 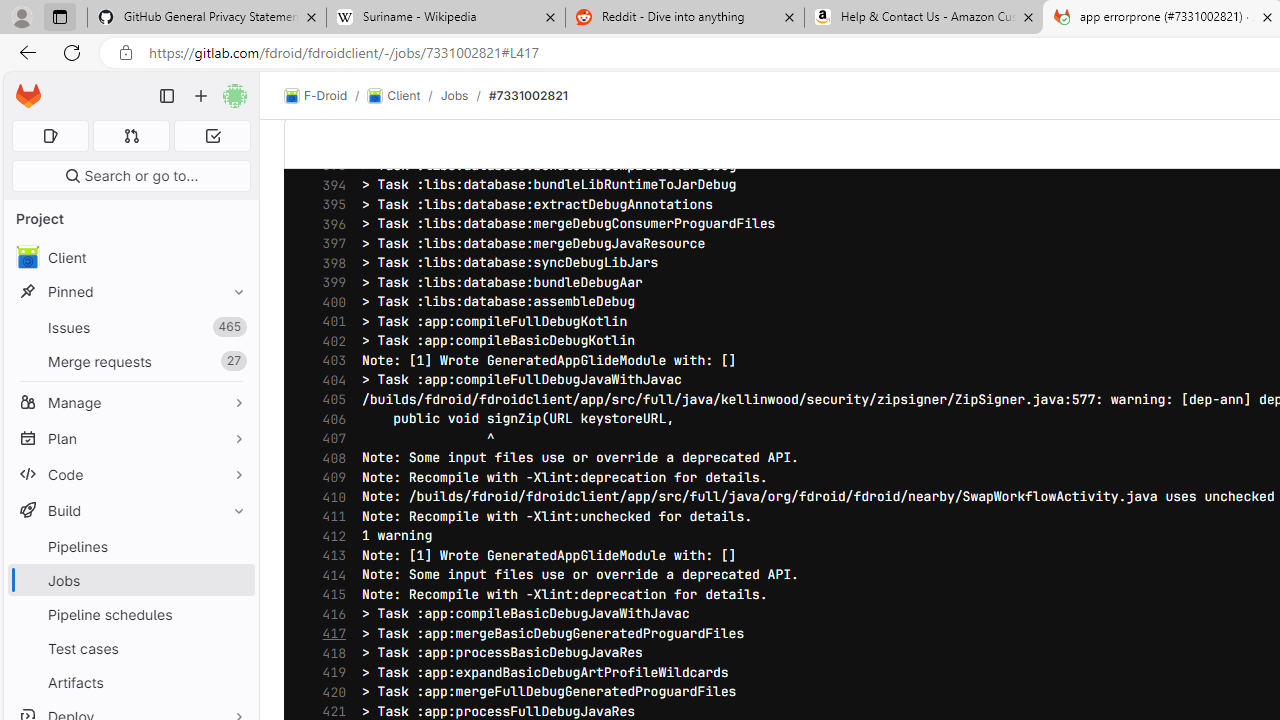 I want to click on '409', so click(x=329, y=478).